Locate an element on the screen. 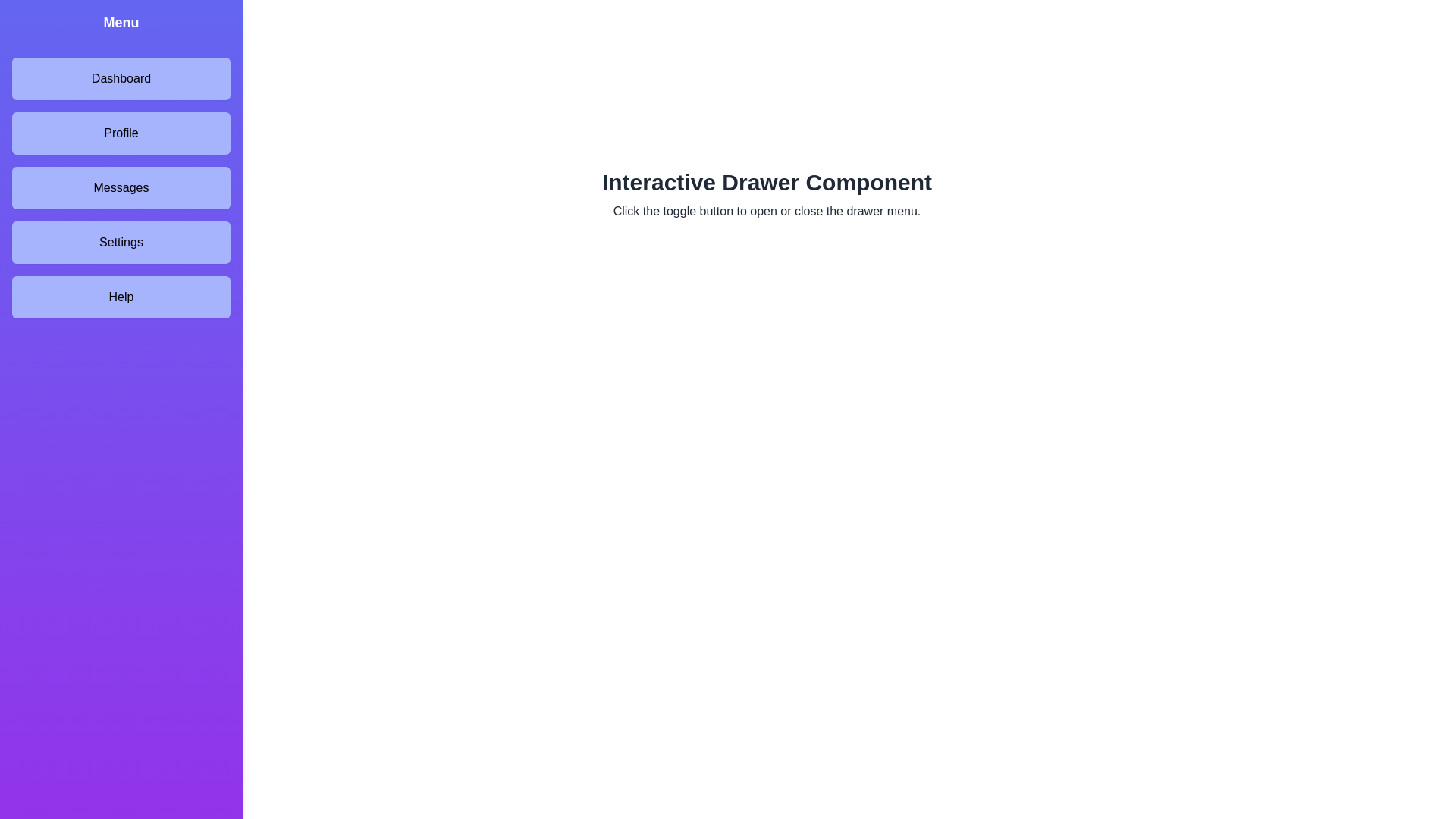 The image size is (1456, 819). the menu item labeled Dashboard is located at coordinates (120, 79).